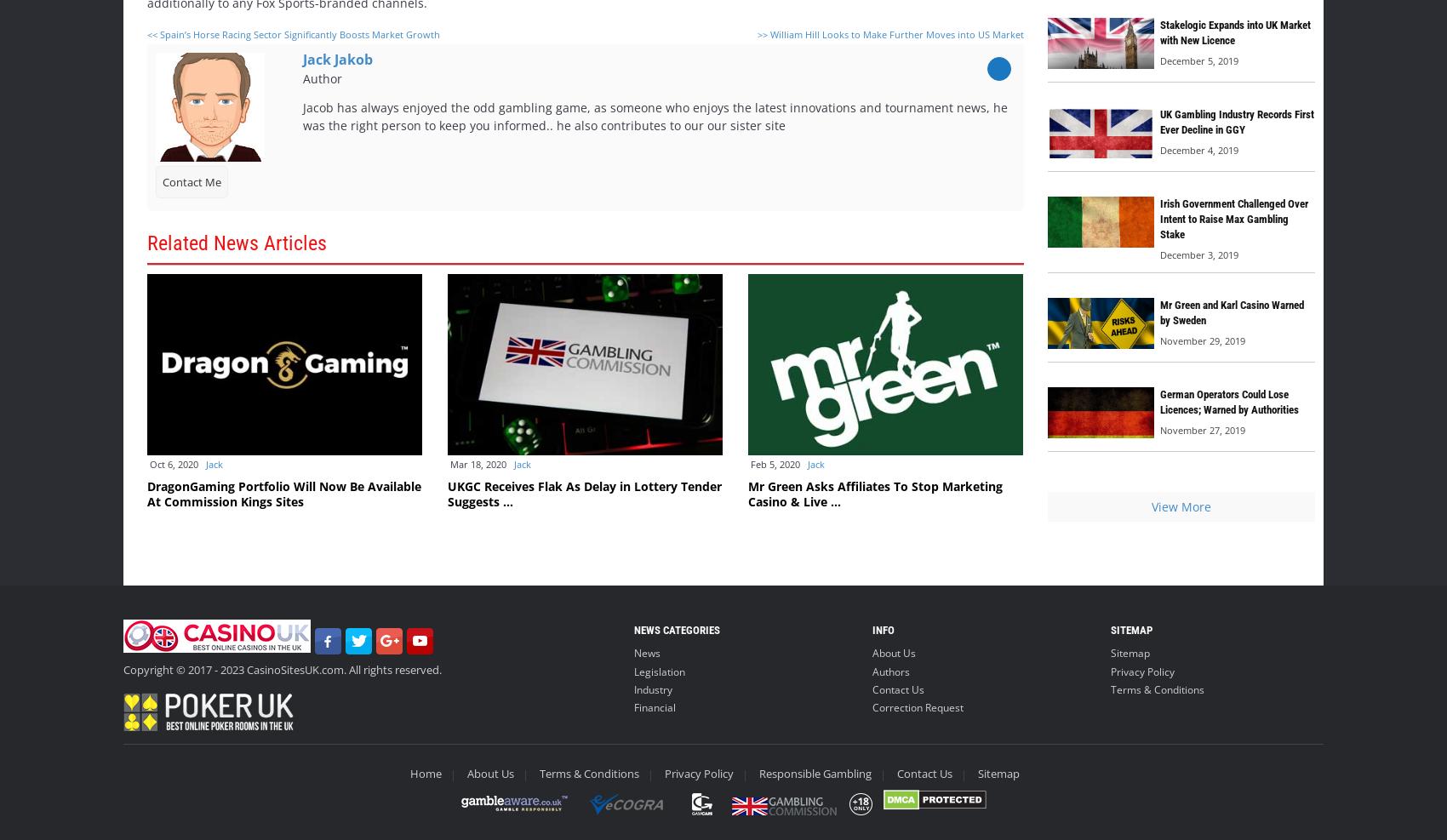  I want to click on 'Jack Jakob', so click(336, 58).